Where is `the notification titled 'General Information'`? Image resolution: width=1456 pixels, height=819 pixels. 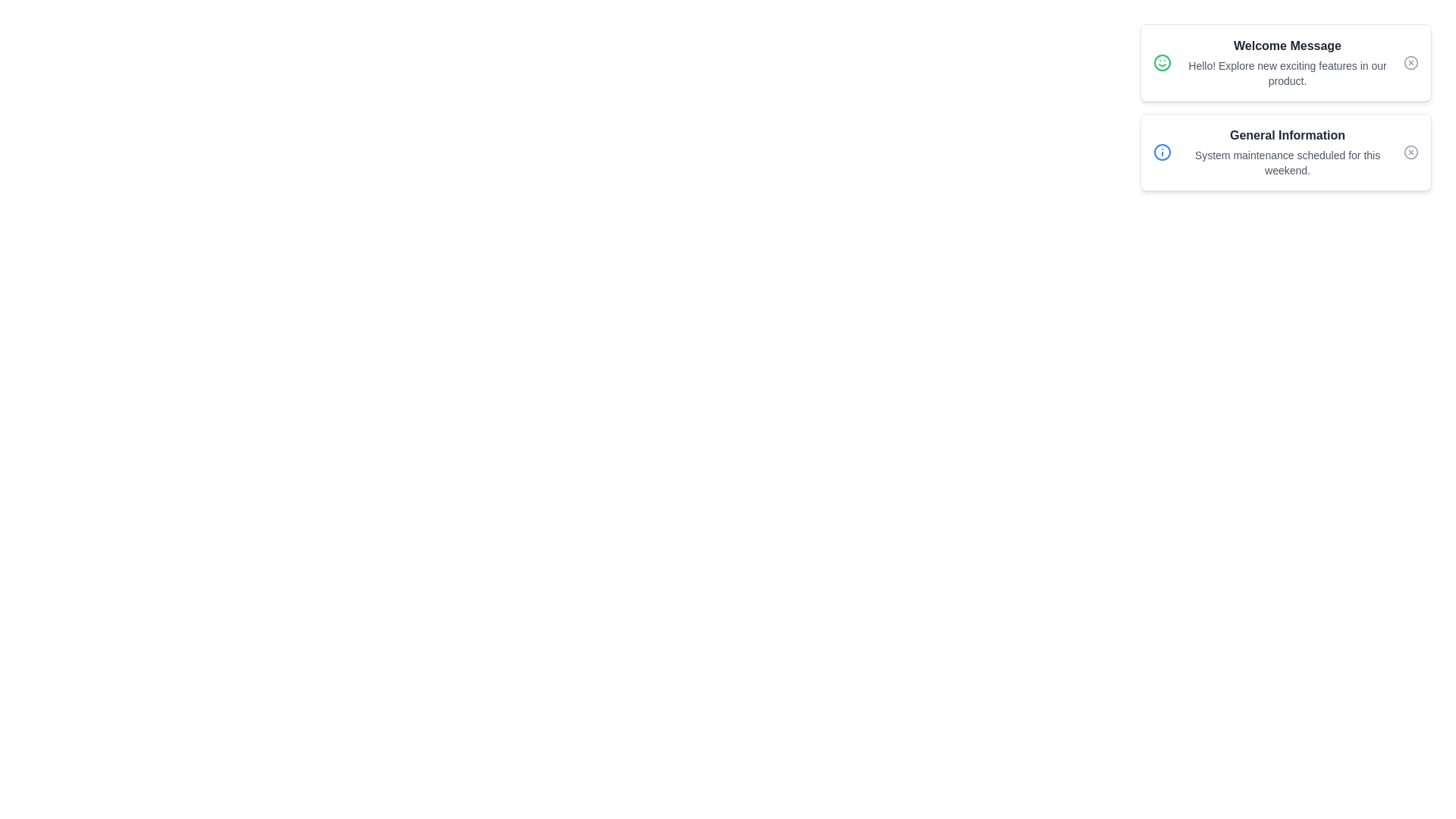 the notification titled 'General Information' is located at coordinates (1285, 152).